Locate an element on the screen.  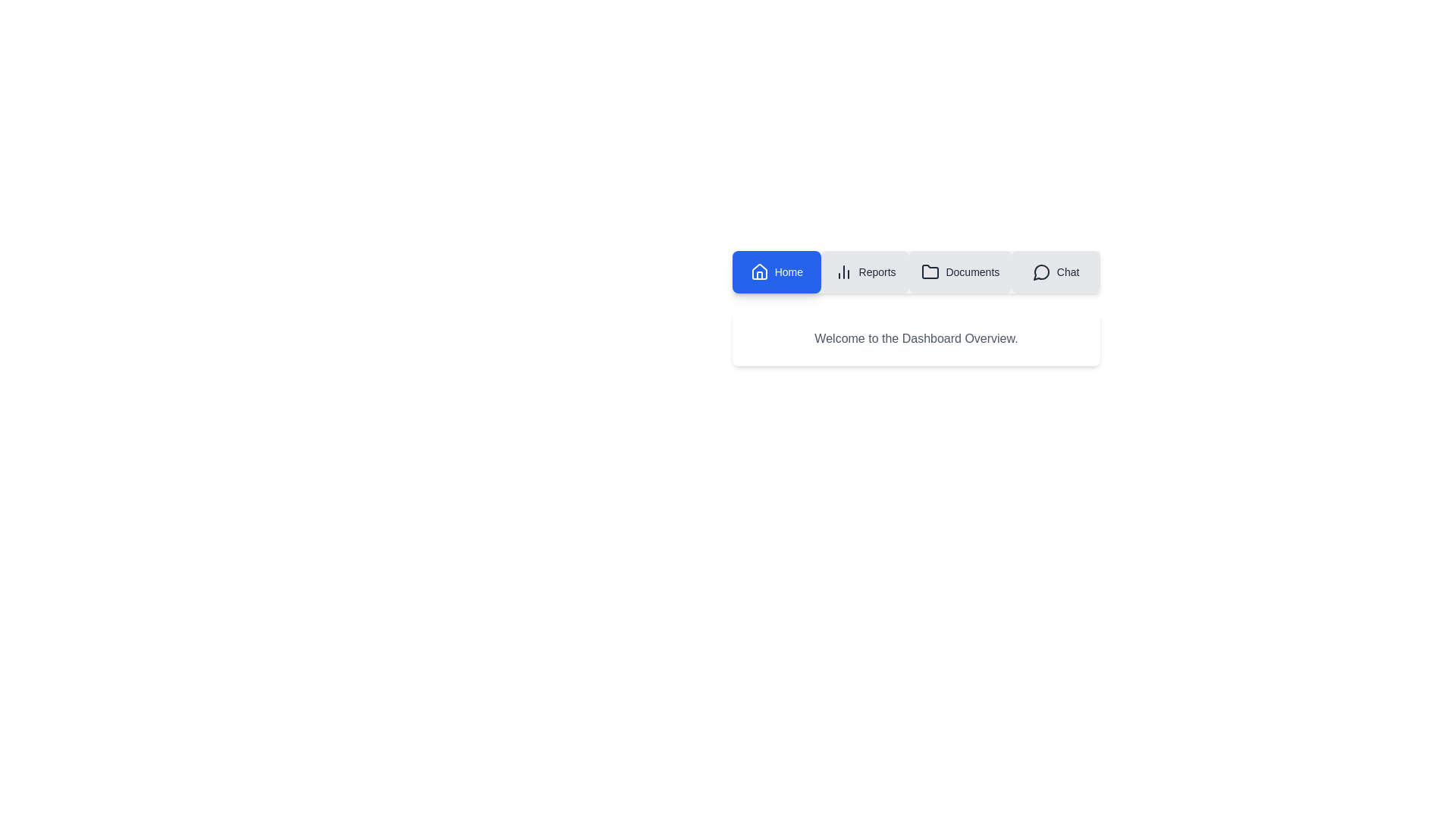
the tab labeled Home is located at coordinates (777, 271).